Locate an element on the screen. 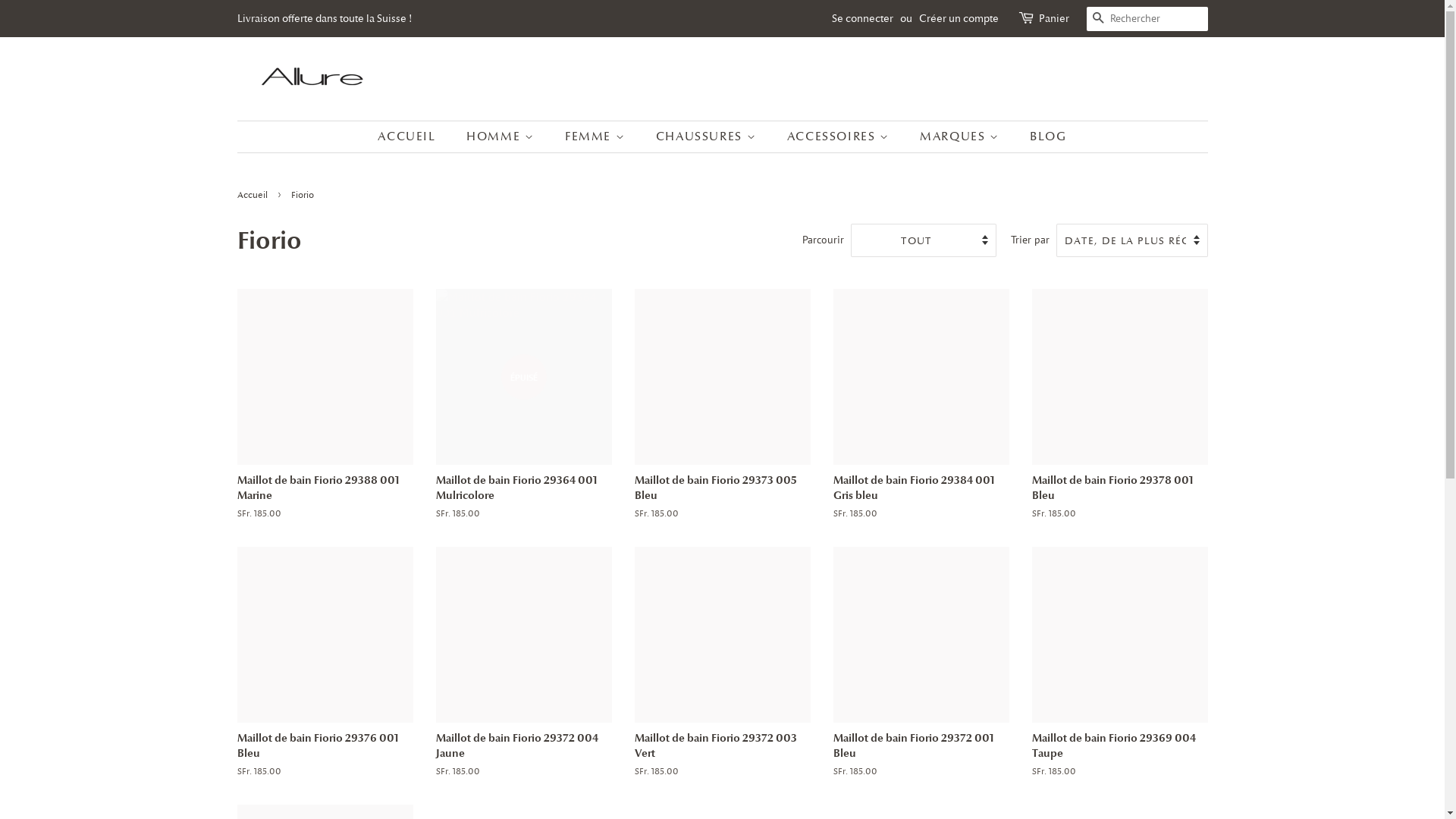  'ACCESSOIRES' is located at coordinates (839, 136).